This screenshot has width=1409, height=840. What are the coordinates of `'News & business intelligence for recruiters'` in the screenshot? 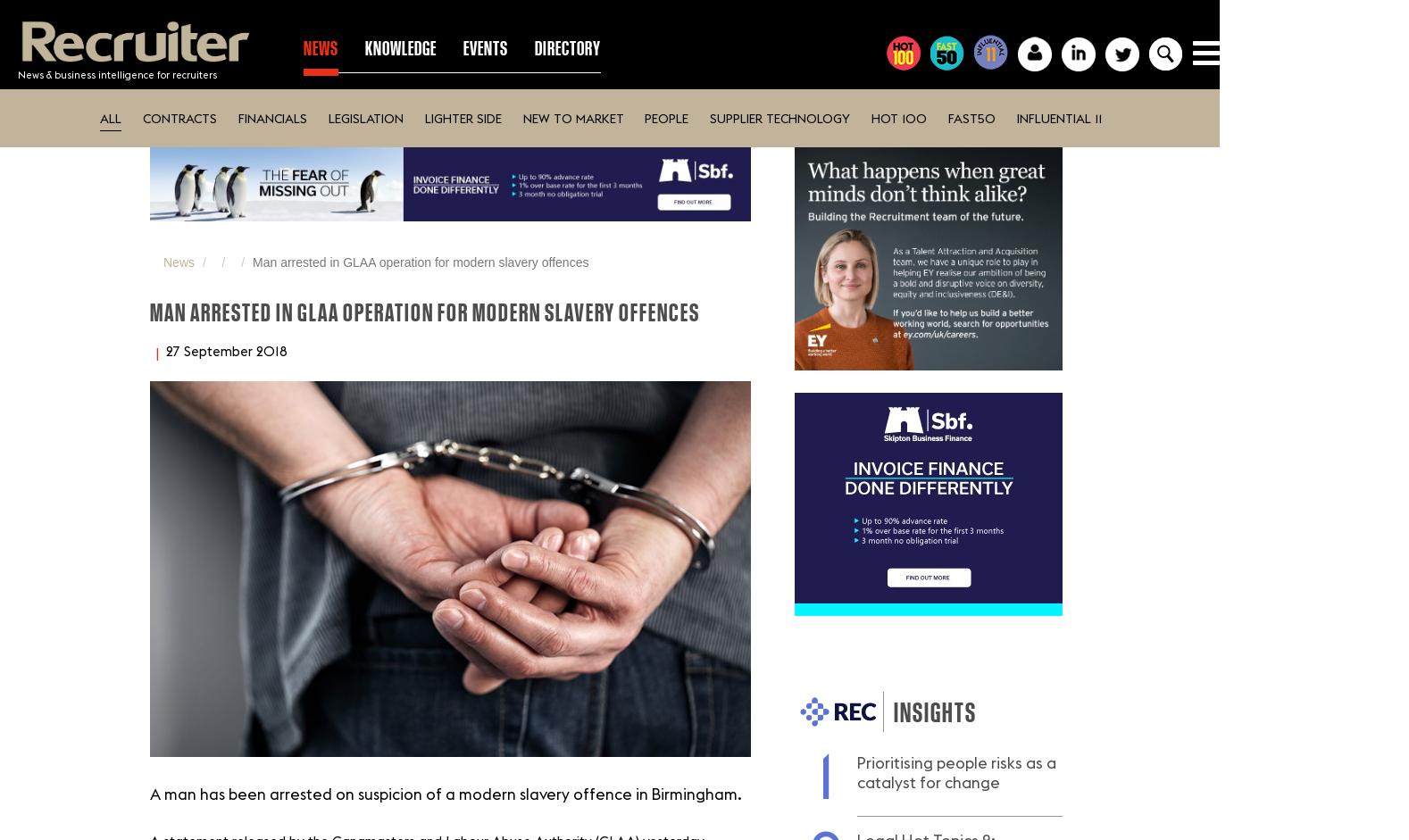 It's located at (117, 73).